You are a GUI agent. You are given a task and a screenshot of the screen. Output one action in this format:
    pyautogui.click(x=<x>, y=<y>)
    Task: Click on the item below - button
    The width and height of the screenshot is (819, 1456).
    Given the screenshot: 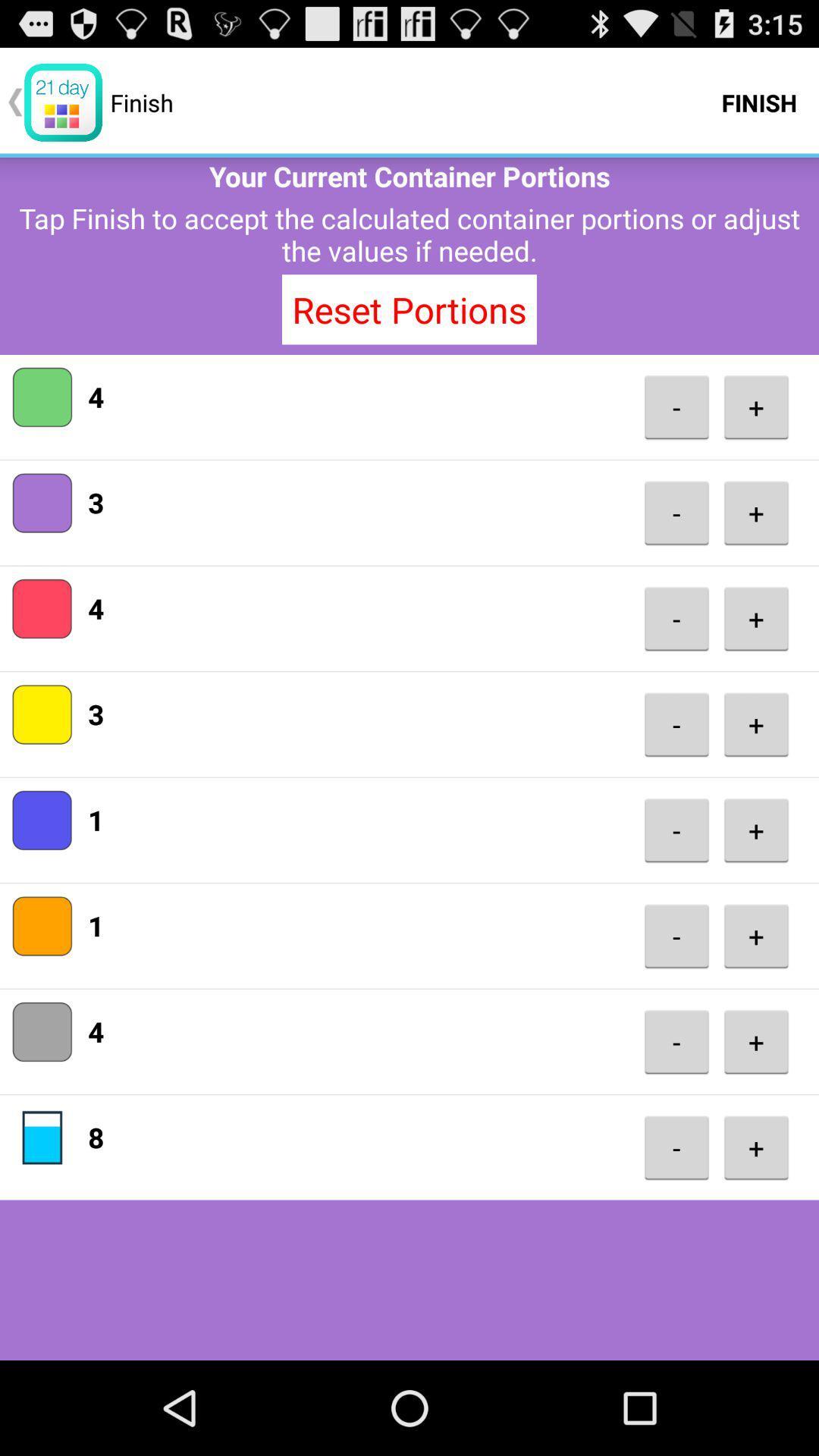 What is the action you would take?
    pyautogui.click(x=756, y=723)
    